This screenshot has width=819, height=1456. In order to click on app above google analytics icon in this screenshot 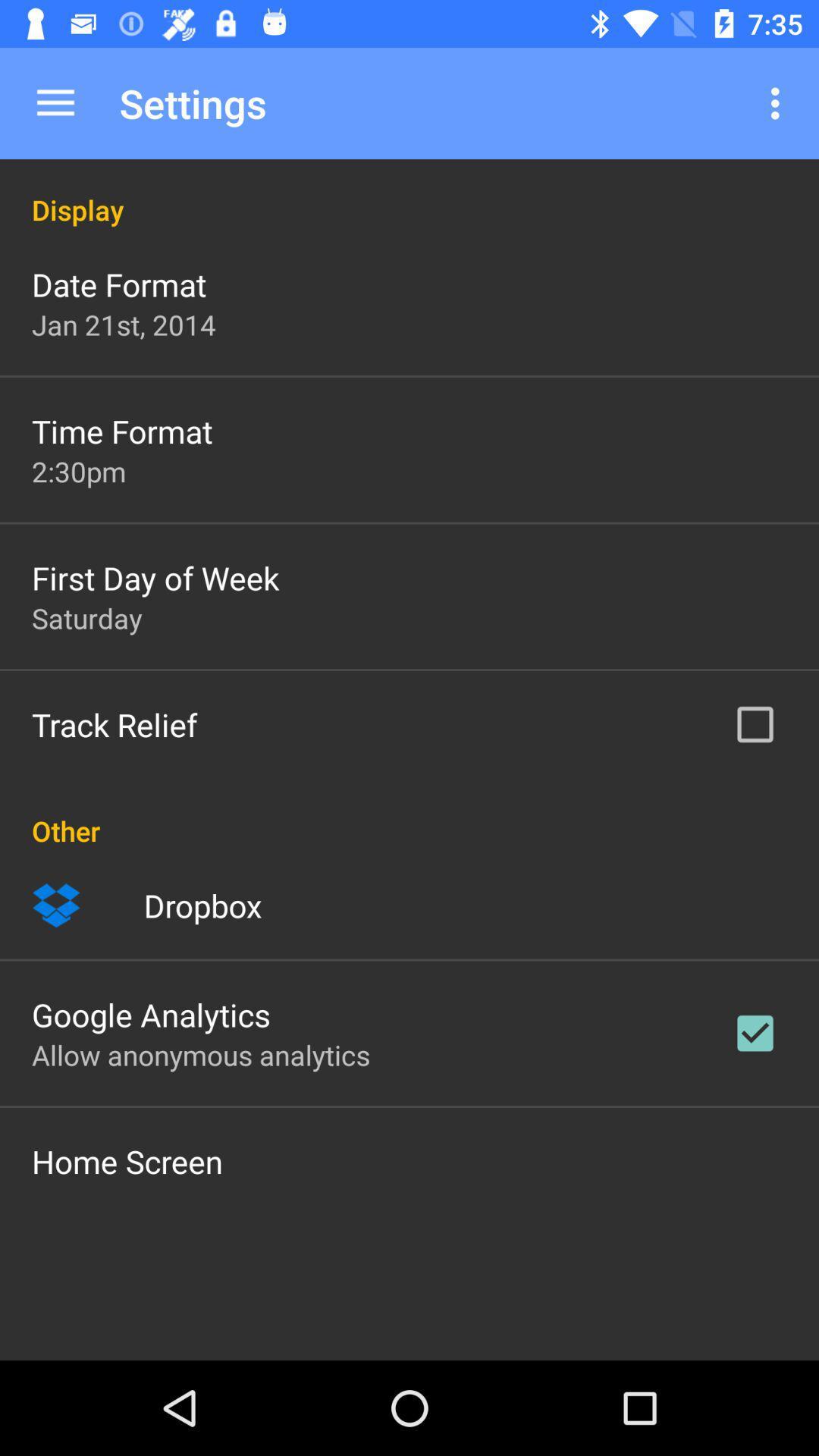, I will do `click(202, 905)`.